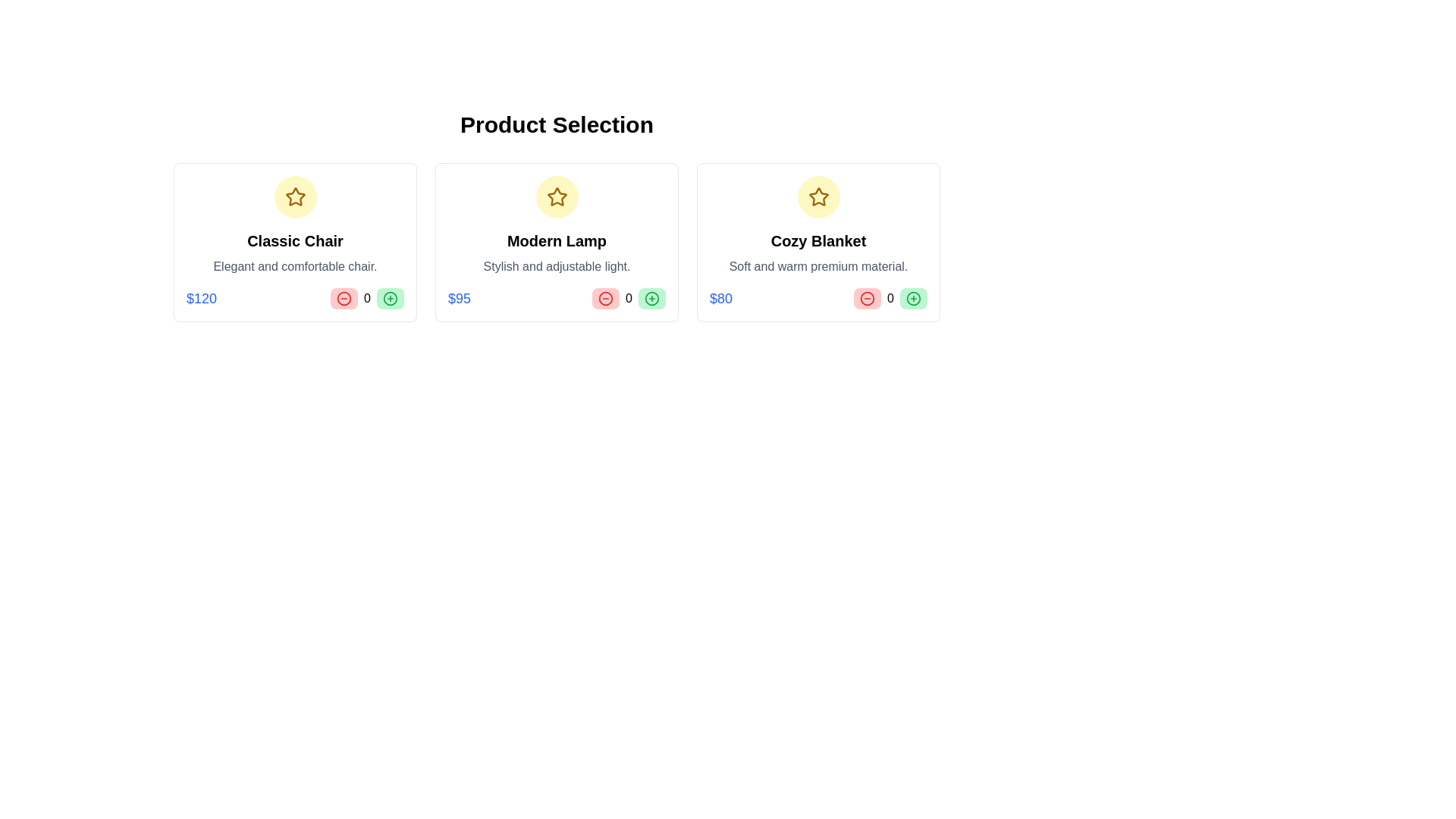 Image resolution: width=1456 pixels, height=819 pixels. Describe the element at coordinates (629, 298) in the screenshot. I see `numeric value displayed in the text label showing '0' for the 'Modern Lamp' product in the selection grid, located between the red minus and green plus buttons` at that location.